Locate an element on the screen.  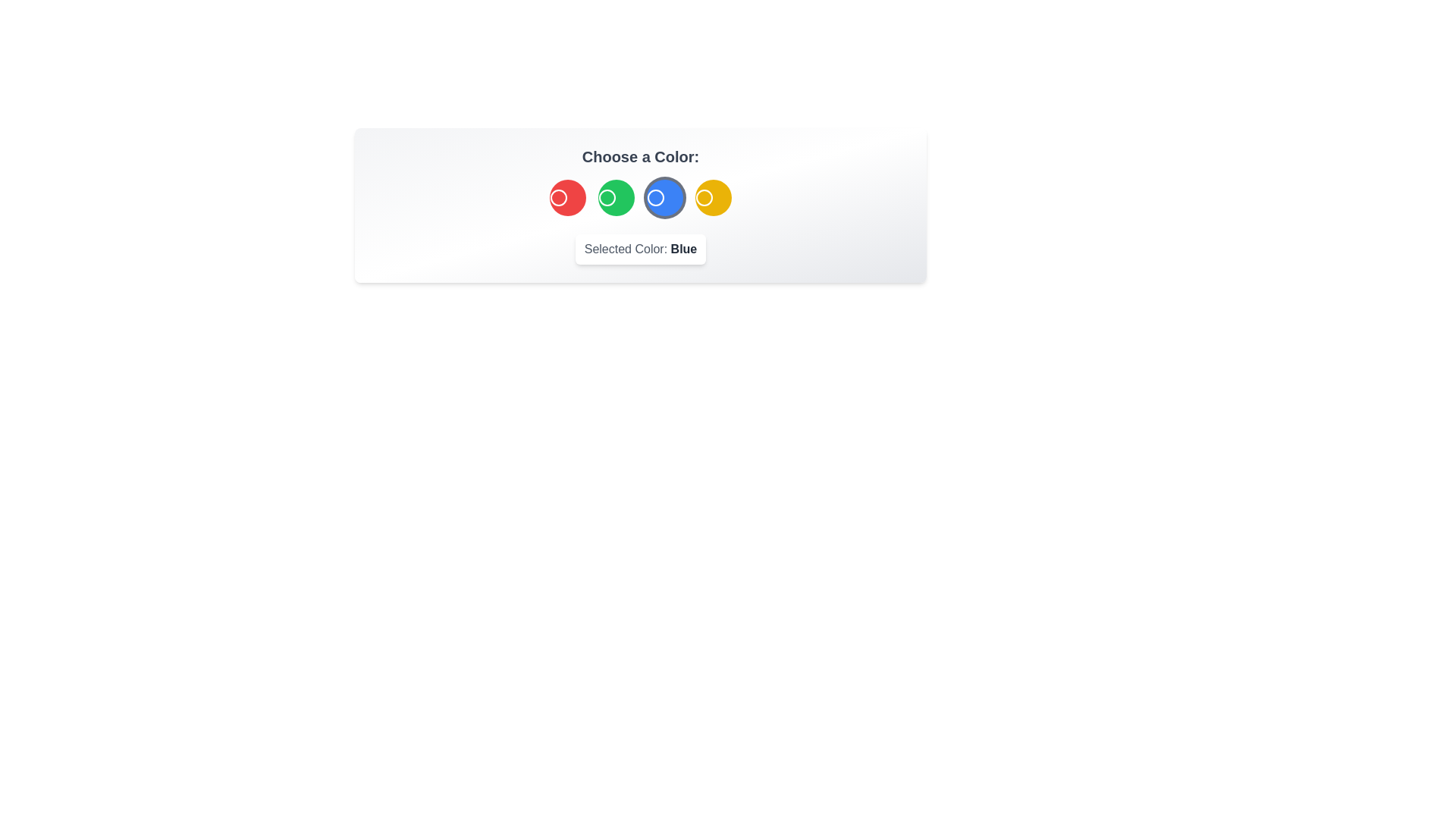
the color button corresponding to Yellow is located at coordinates (712, 197).